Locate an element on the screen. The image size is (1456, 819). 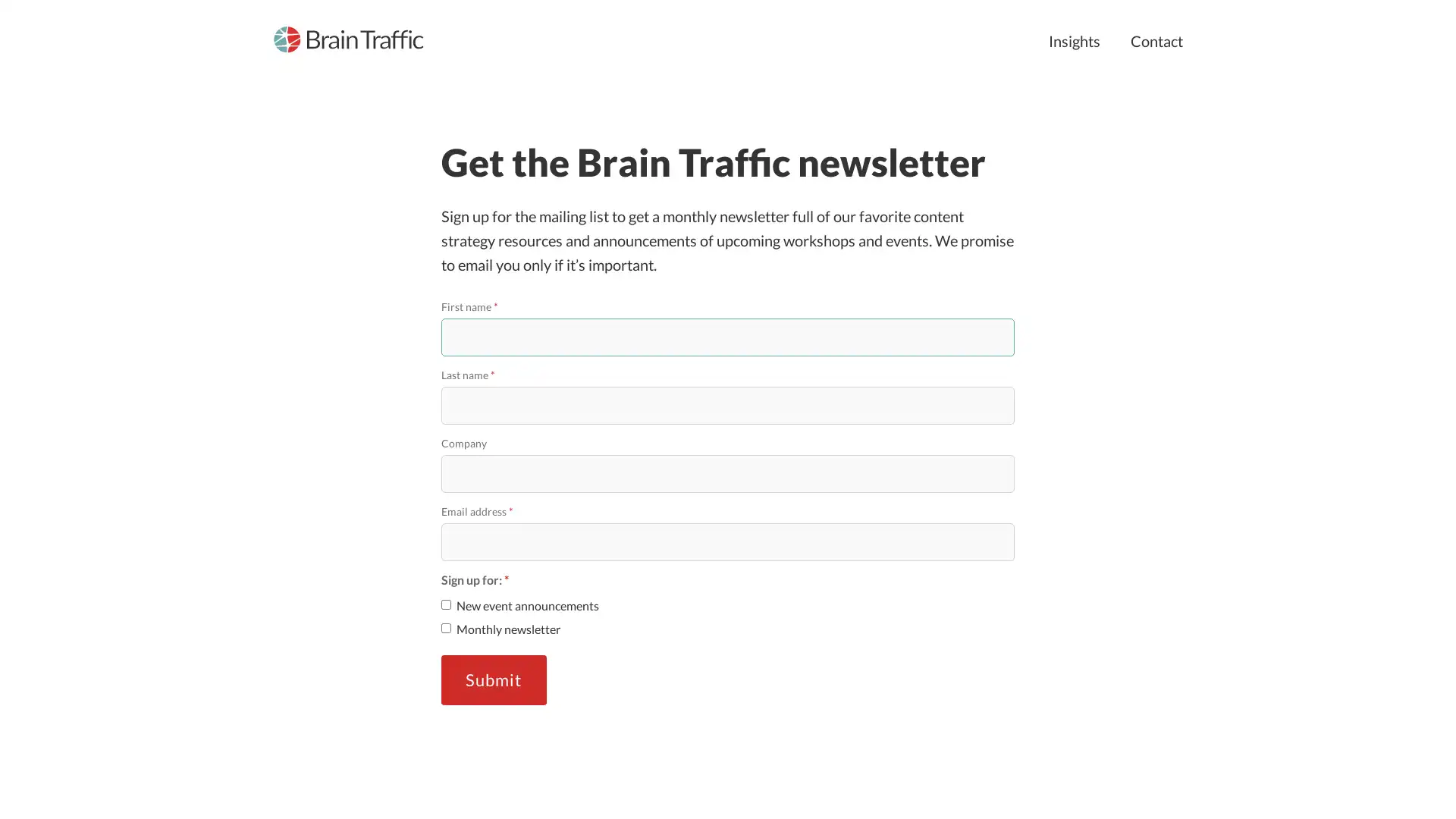
Submit is located at coordinates (488, 677).